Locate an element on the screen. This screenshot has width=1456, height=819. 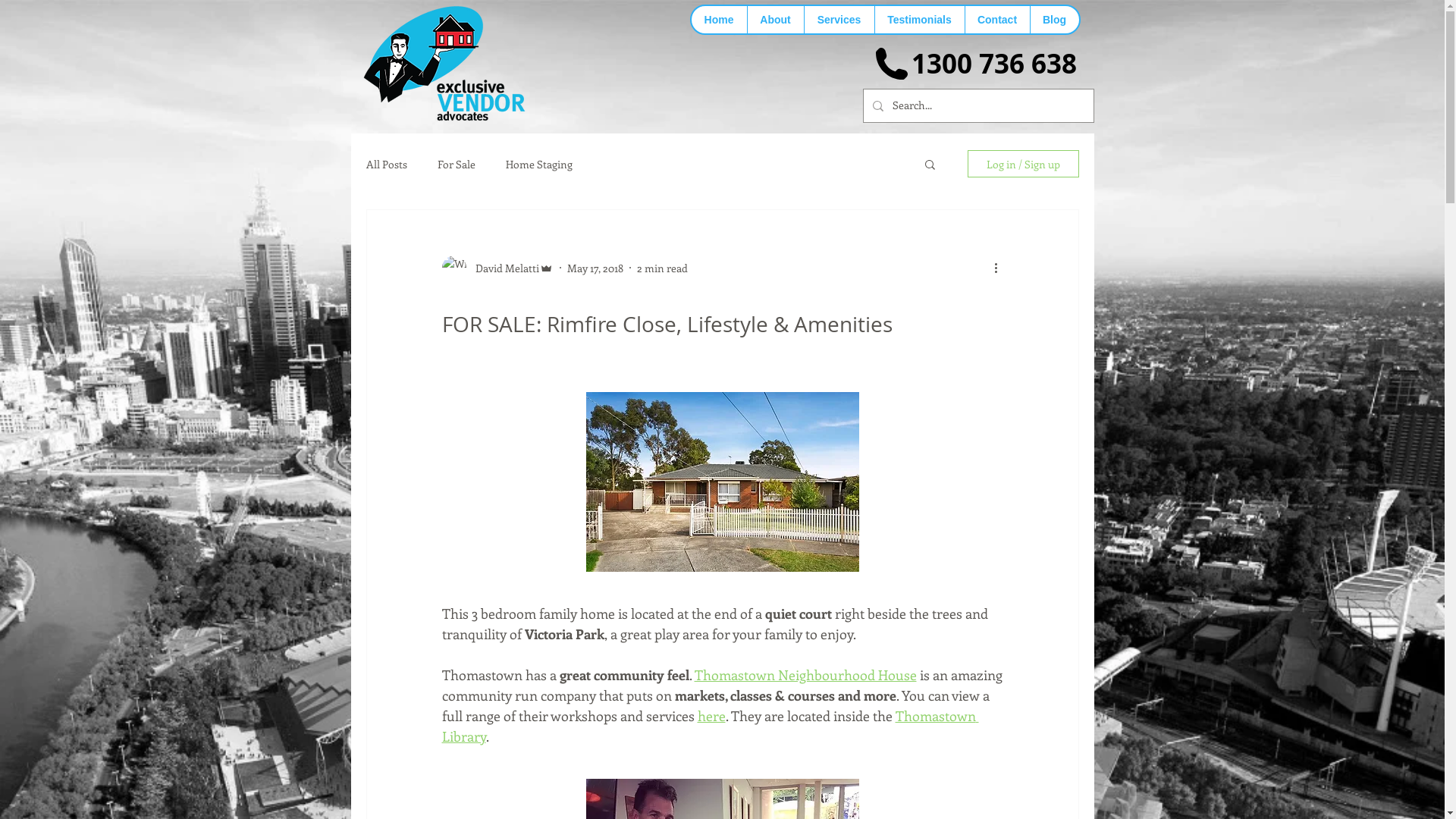
'For Sale' is located at coordinates (454, 163).